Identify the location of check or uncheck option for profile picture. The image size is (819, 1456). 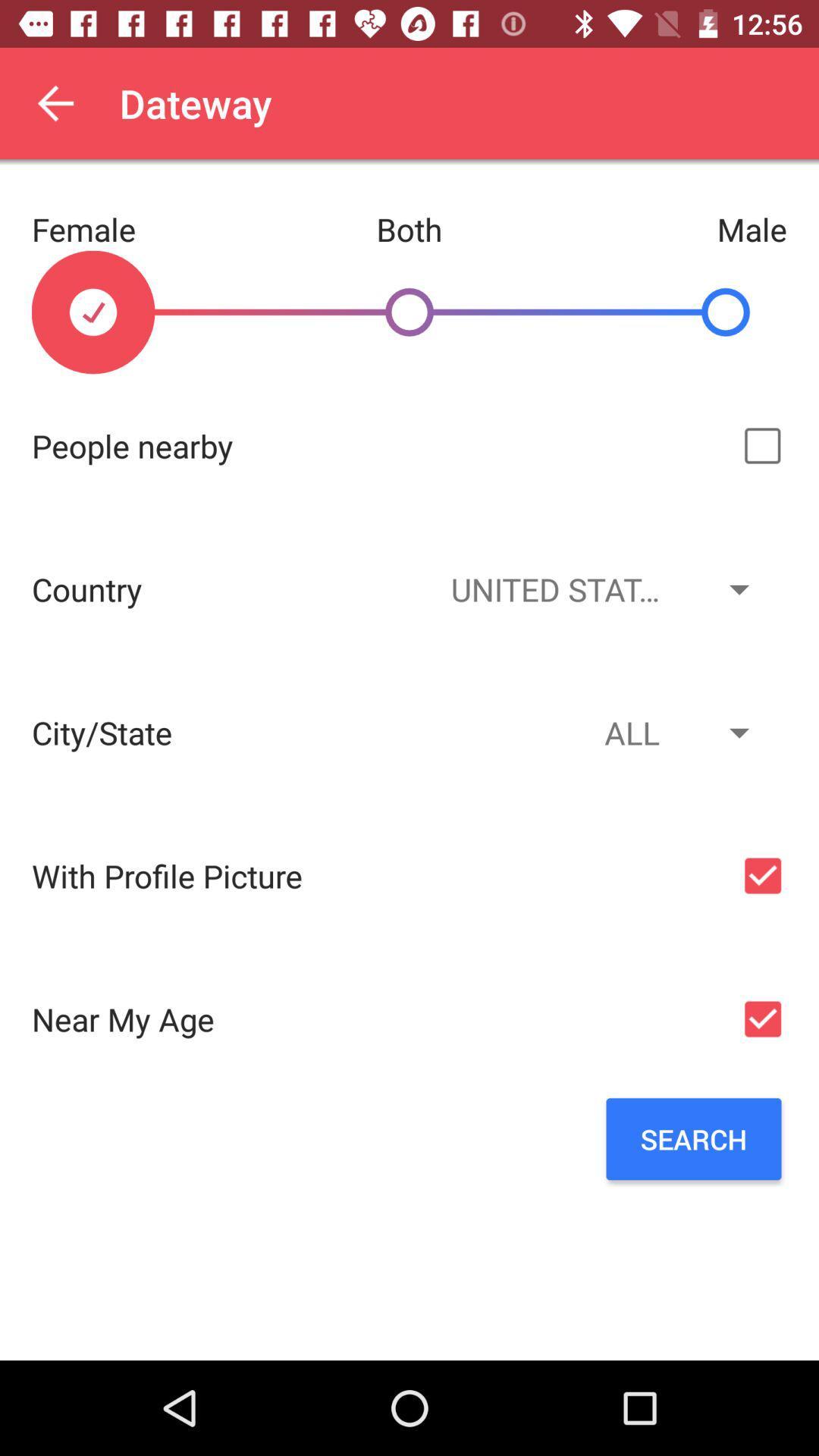
(762, 876).